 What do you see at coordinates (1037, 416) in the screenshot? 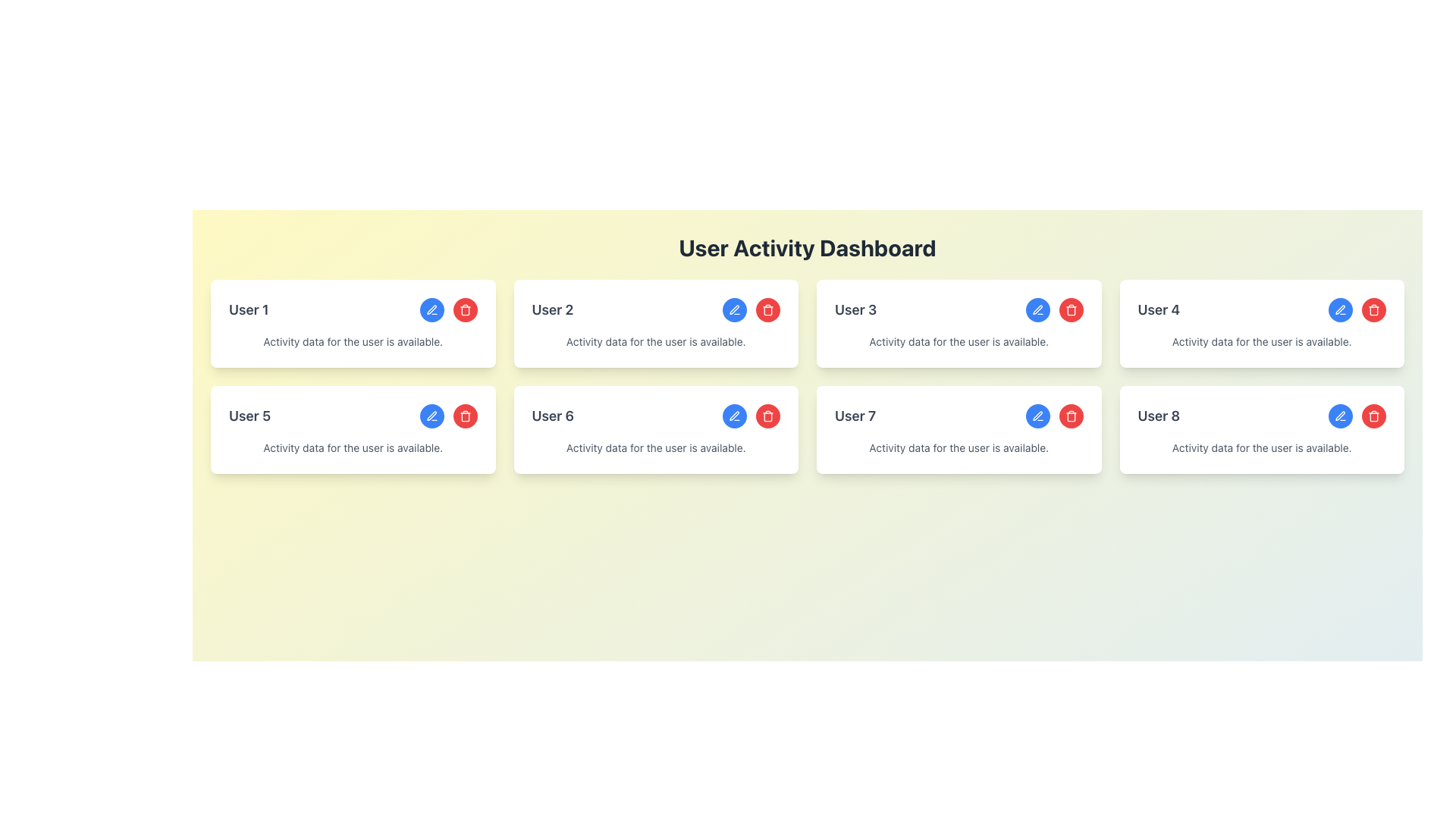
I see `the edit icon button located in the card labeled 'User 7' in the bottom row and second column of the user activity dashboard` at bounding box center [1037, 416].